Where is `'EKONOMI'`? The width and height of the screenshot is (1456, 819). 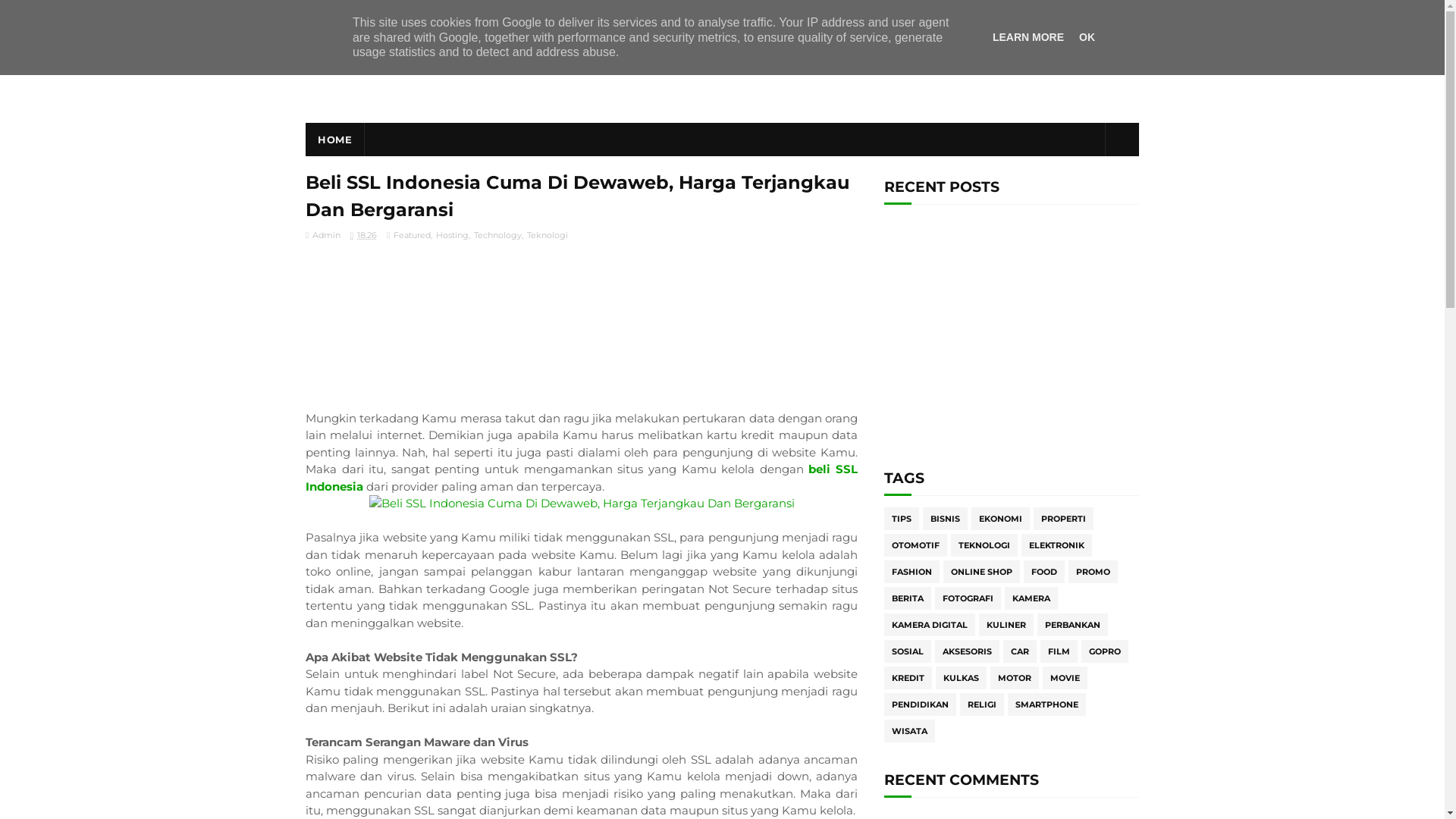
'EKONOMI' is located at coordinates (1000, 517).